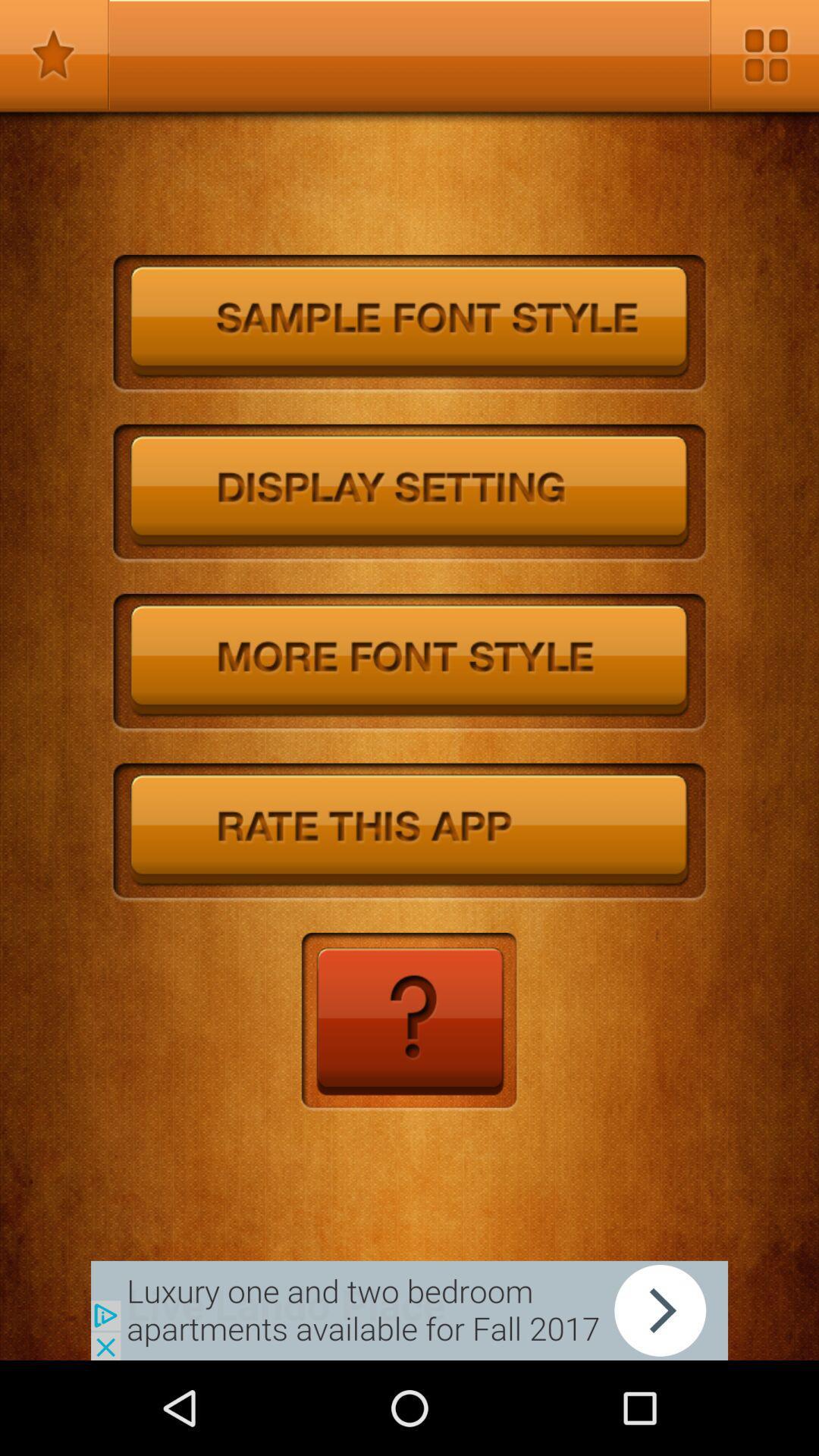 The image size is (819, 1456). I want to click on the settio\ngs option, so click(409, 494).